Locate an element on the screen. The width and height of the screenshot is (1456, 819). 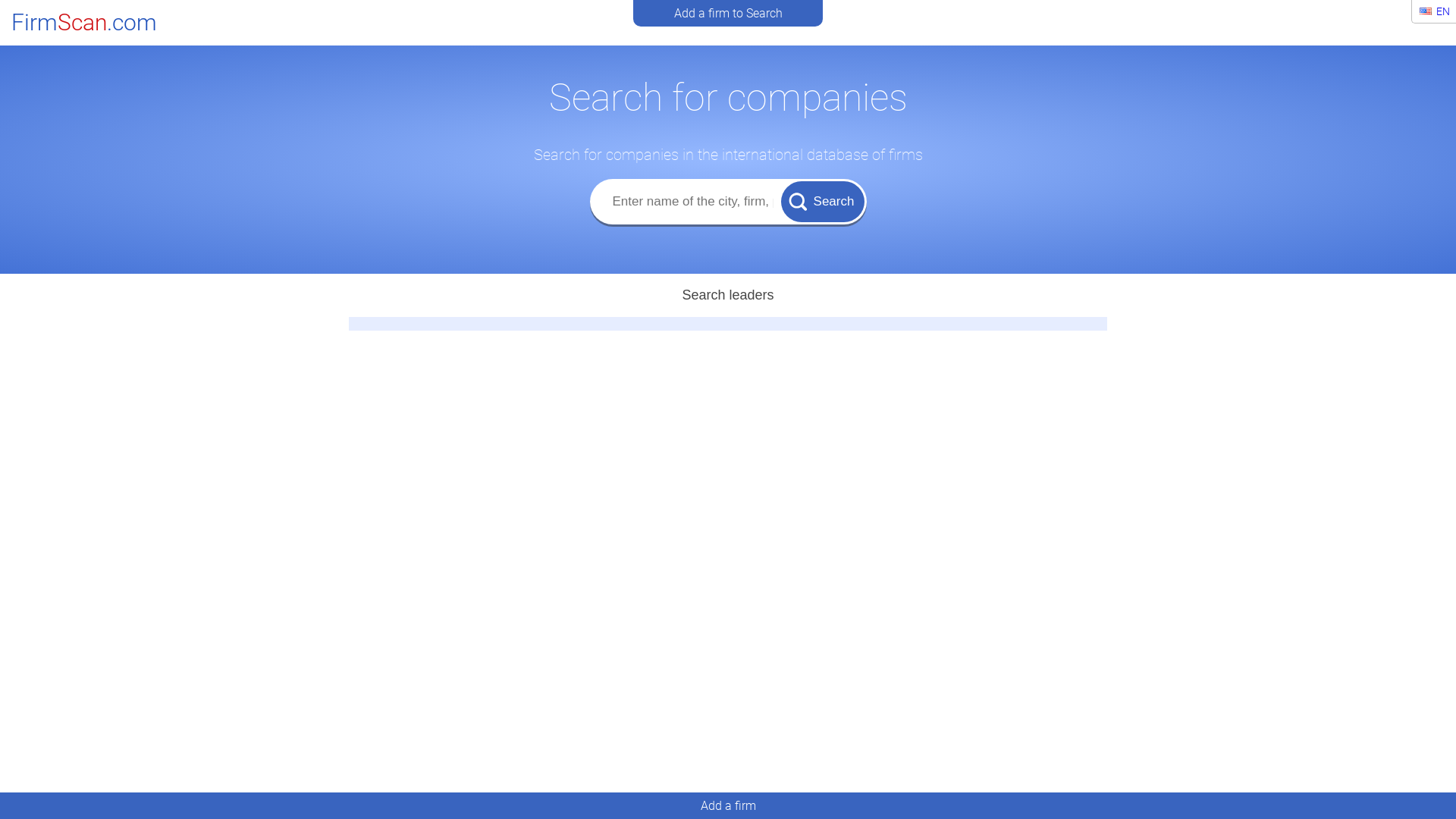
'EN' is located at coordinates (1412, 11).